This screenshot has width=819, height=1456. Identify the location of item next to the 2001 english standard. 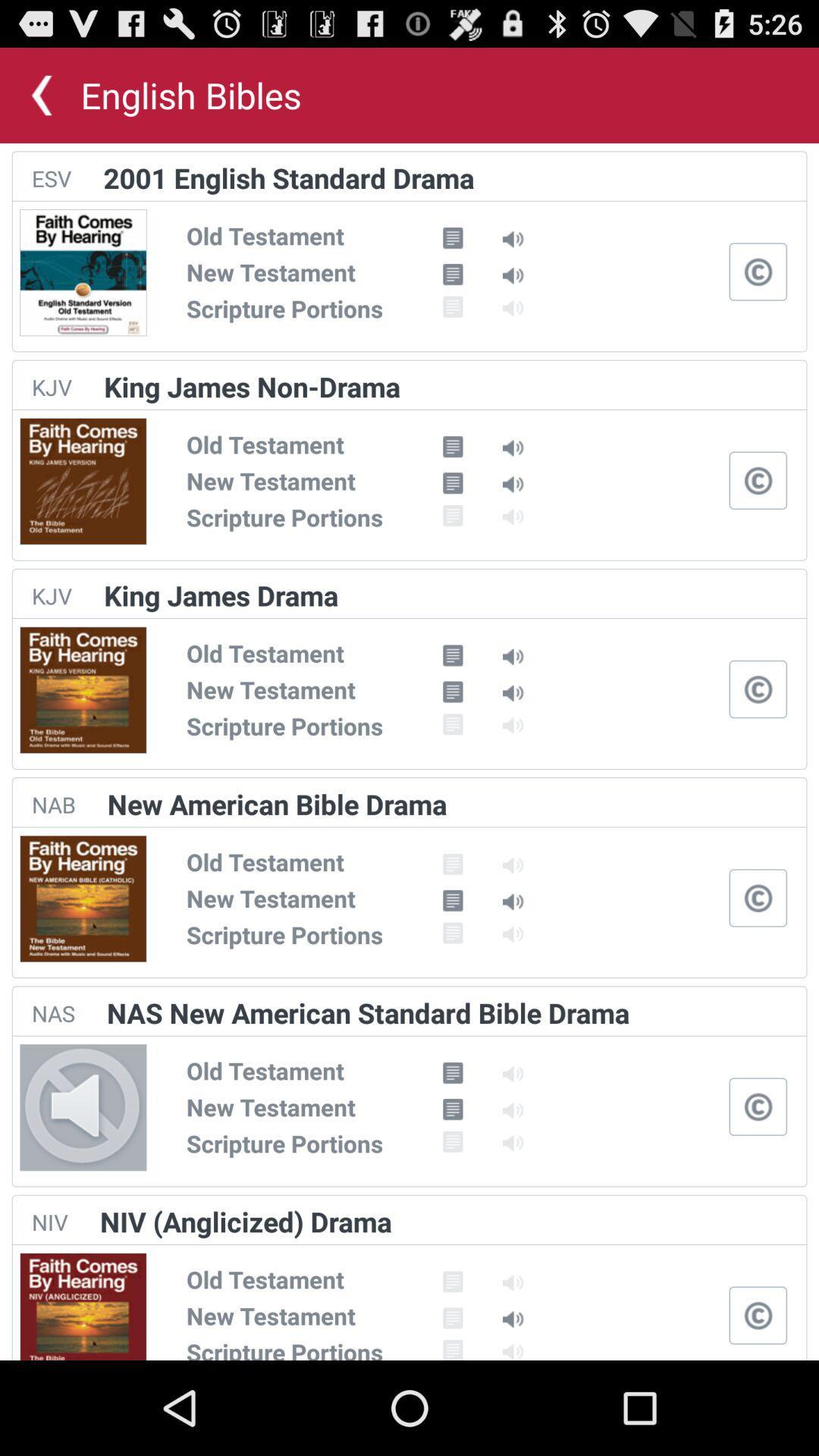
(51, 178).